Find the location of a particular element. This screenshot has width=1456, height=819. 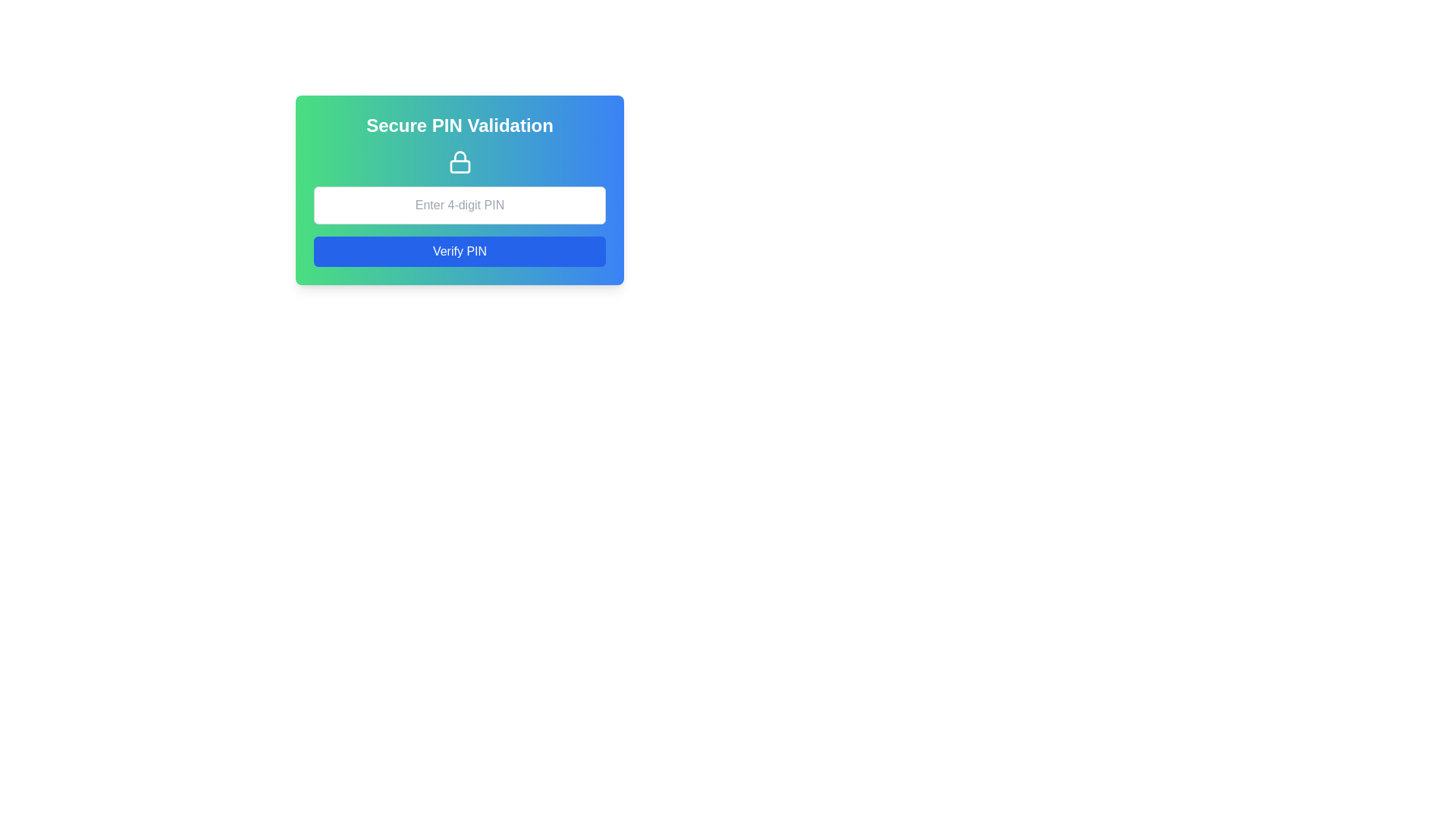

the rounded top portion of the lock graphic indicating security in the 'Secure PIN Validation' interface is located at coordinates (459, 156).